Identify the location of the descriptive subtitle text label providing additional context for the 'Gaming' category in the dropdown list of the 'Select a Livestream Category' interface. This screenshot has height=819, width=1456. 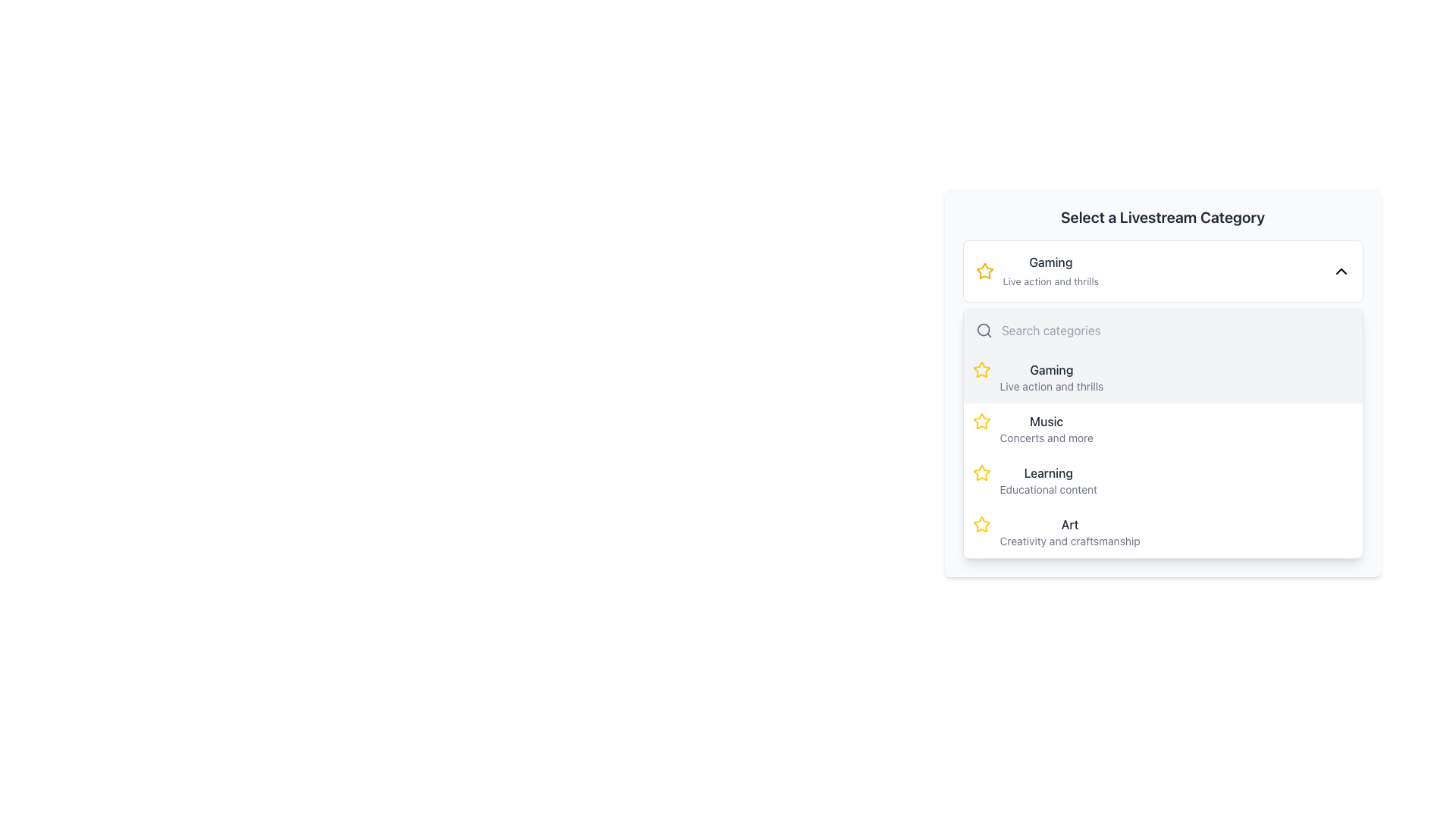
(1050, 281).